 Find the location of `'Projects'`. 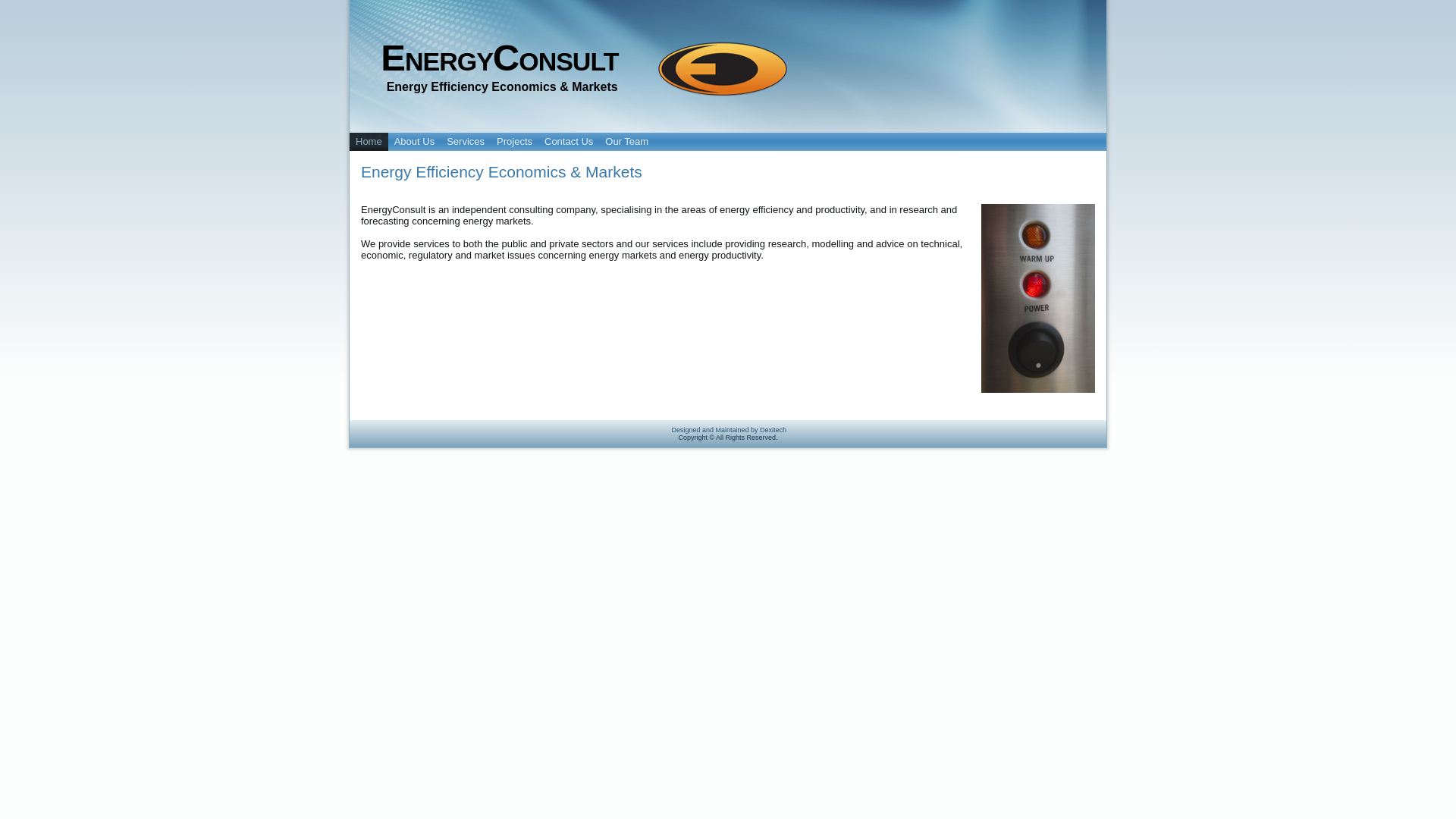

'Projects' is located at coordinates (514, 141).